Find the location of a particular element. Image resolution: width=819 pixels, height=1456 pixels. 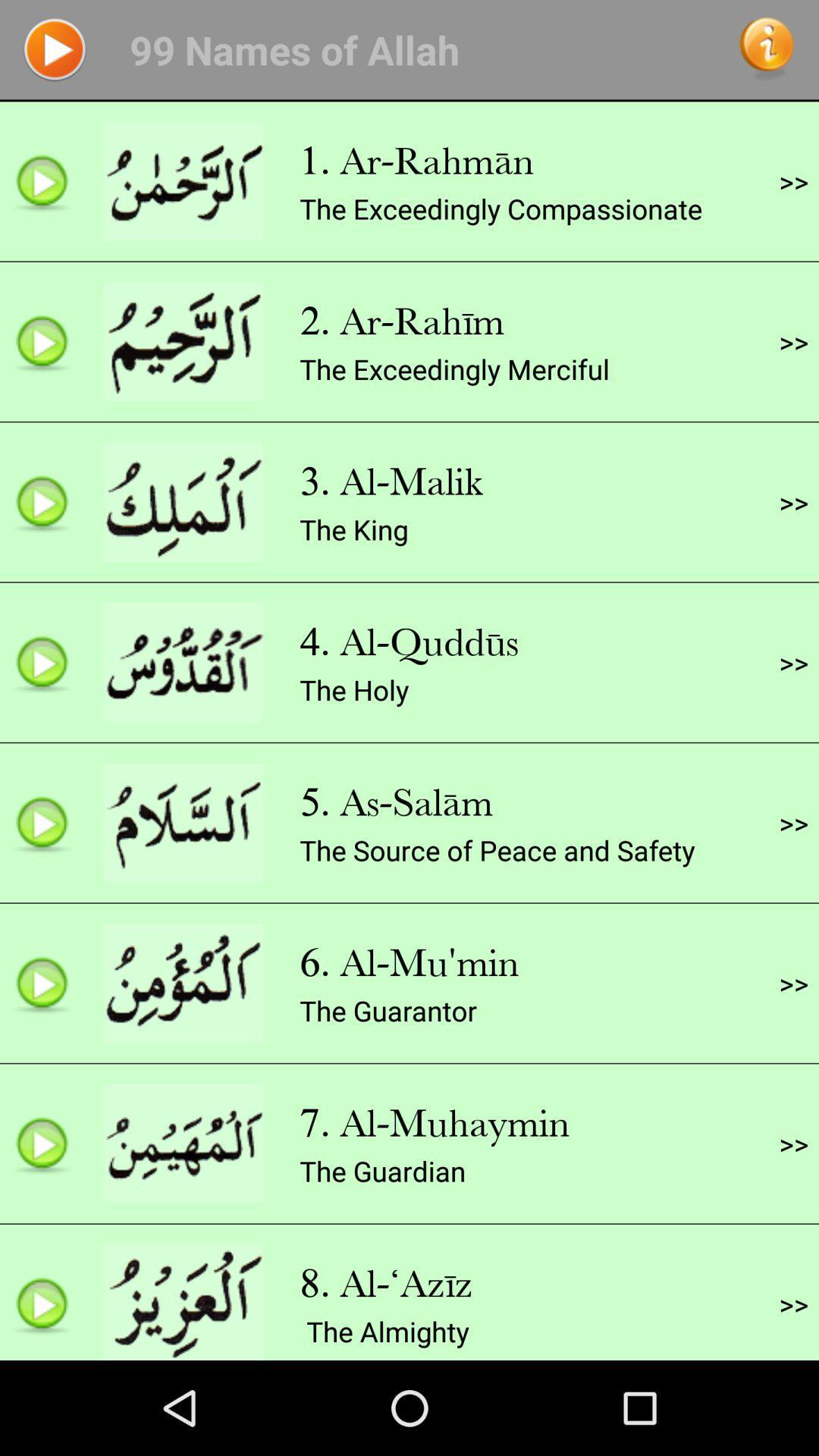

item below the >> is located at coordinates (792, 662).